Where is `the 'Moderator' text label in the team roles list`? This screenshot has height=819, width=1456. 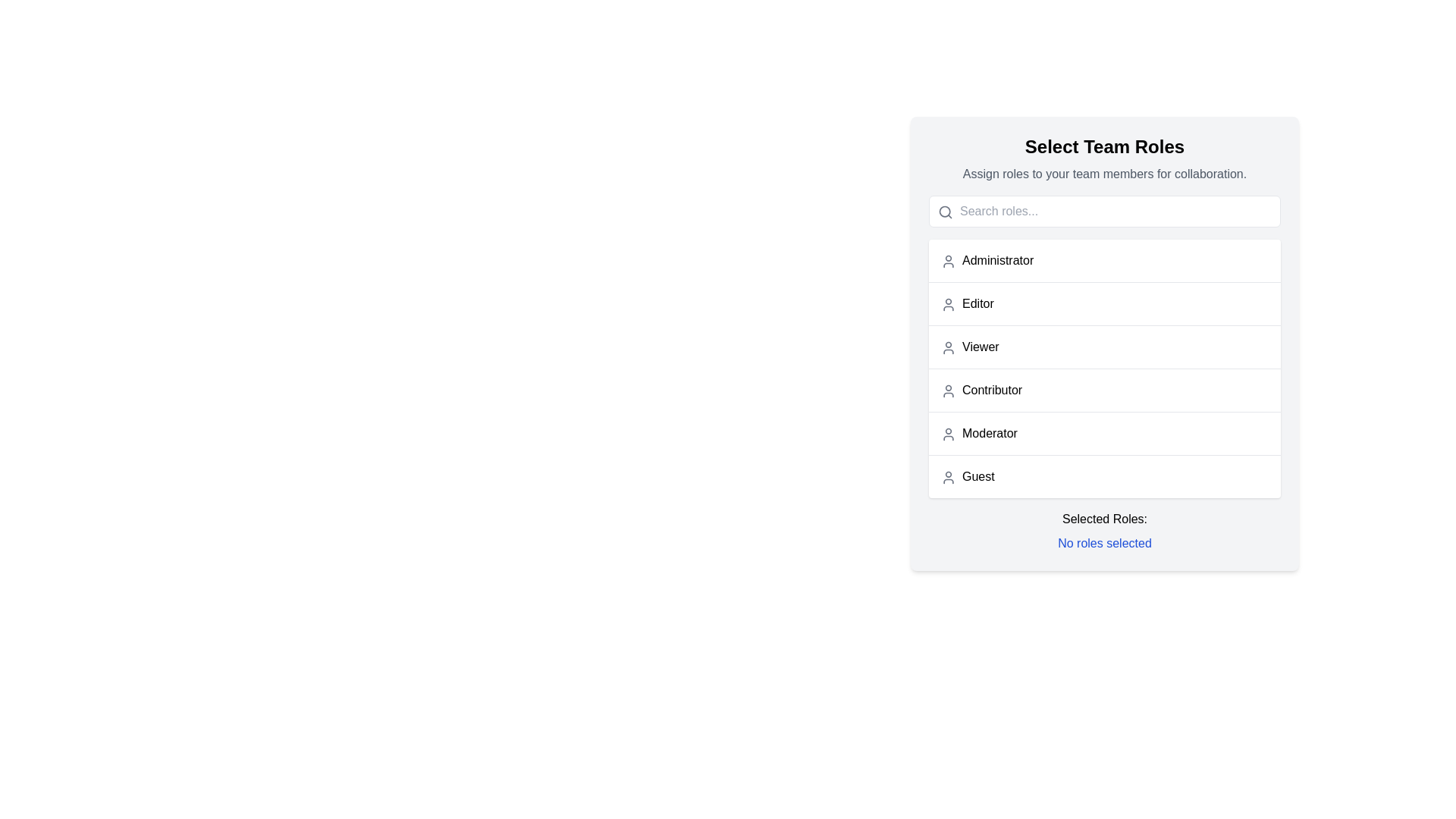
the 'Moderator' text label in the team roles list is located at coordinates (979, 433).